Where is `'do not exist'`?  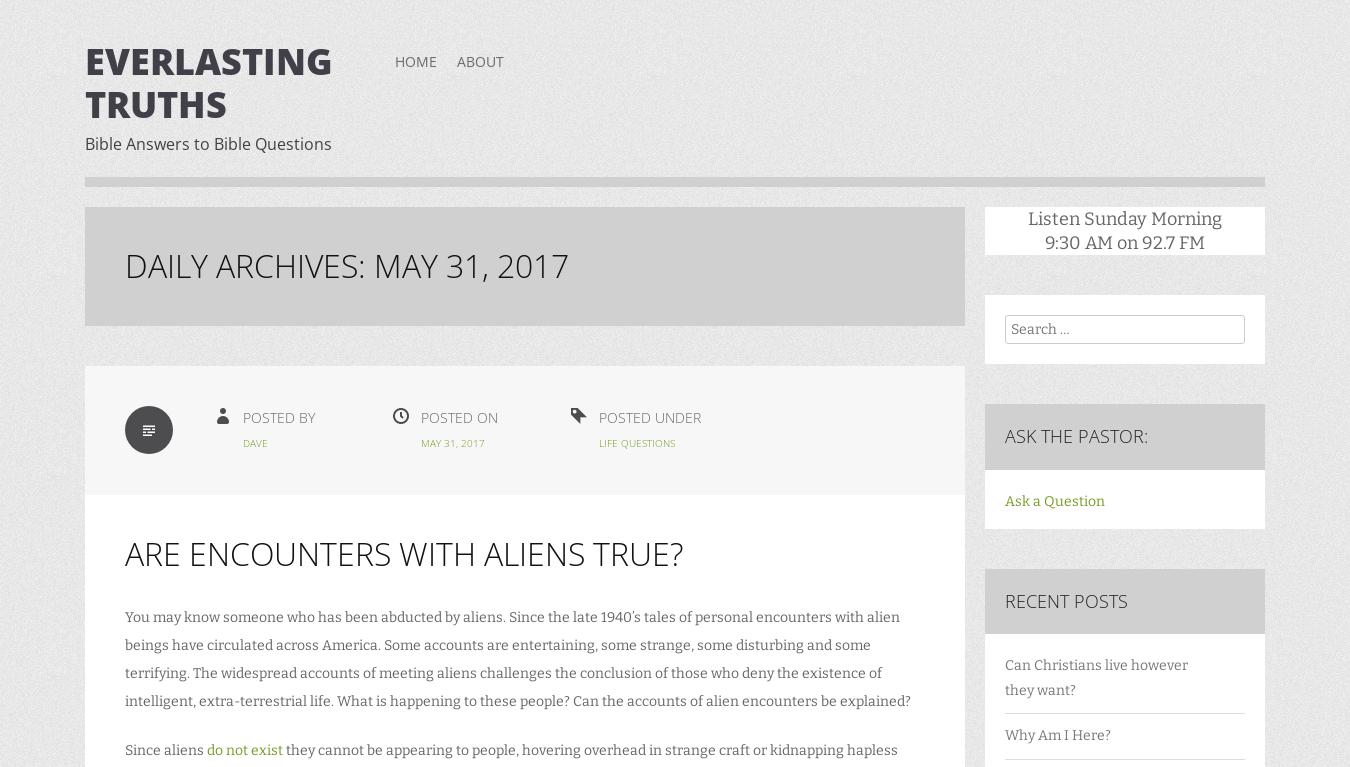 'do not exist' is located at coordinates (206, 750).